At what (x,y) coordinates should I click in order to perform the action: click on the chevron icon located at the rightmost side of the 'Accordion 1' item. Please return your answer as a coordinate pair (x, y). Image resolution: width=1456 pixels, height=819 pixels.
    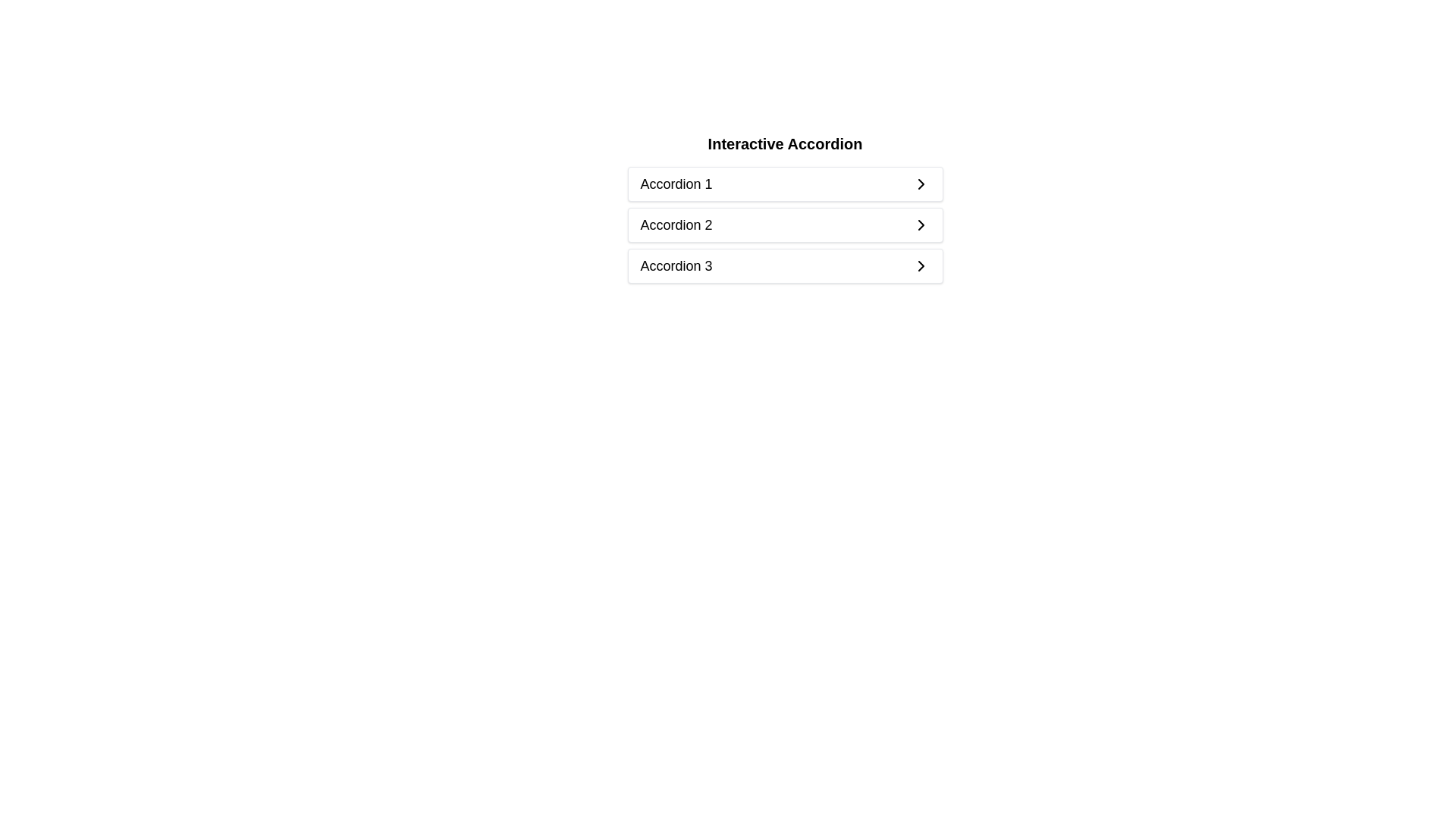
    Looking at the image, I should click on (920, 184).